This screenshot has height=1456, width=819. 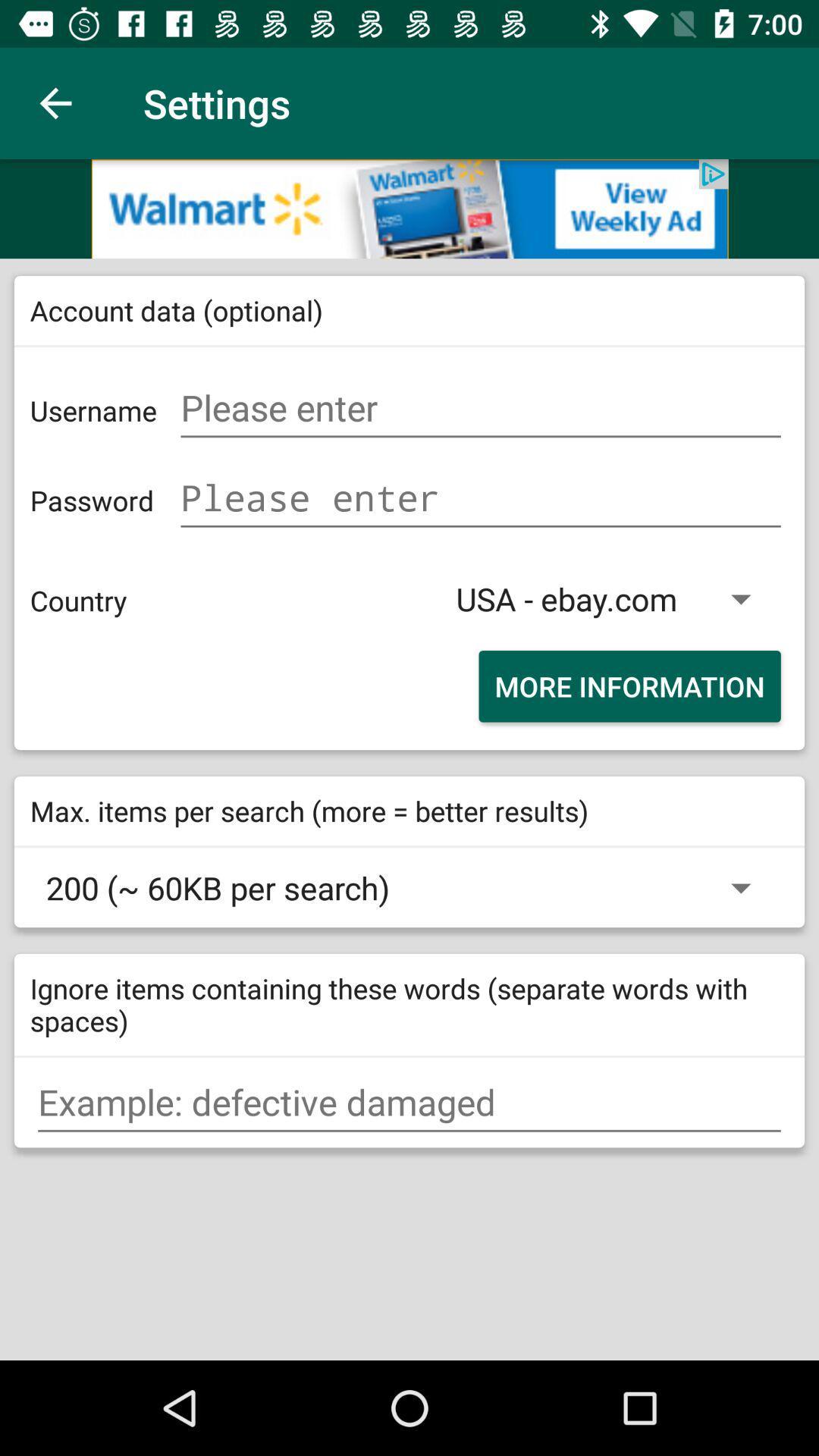 I want to click on open keyboard to enter password, so click(x=481, y=498).